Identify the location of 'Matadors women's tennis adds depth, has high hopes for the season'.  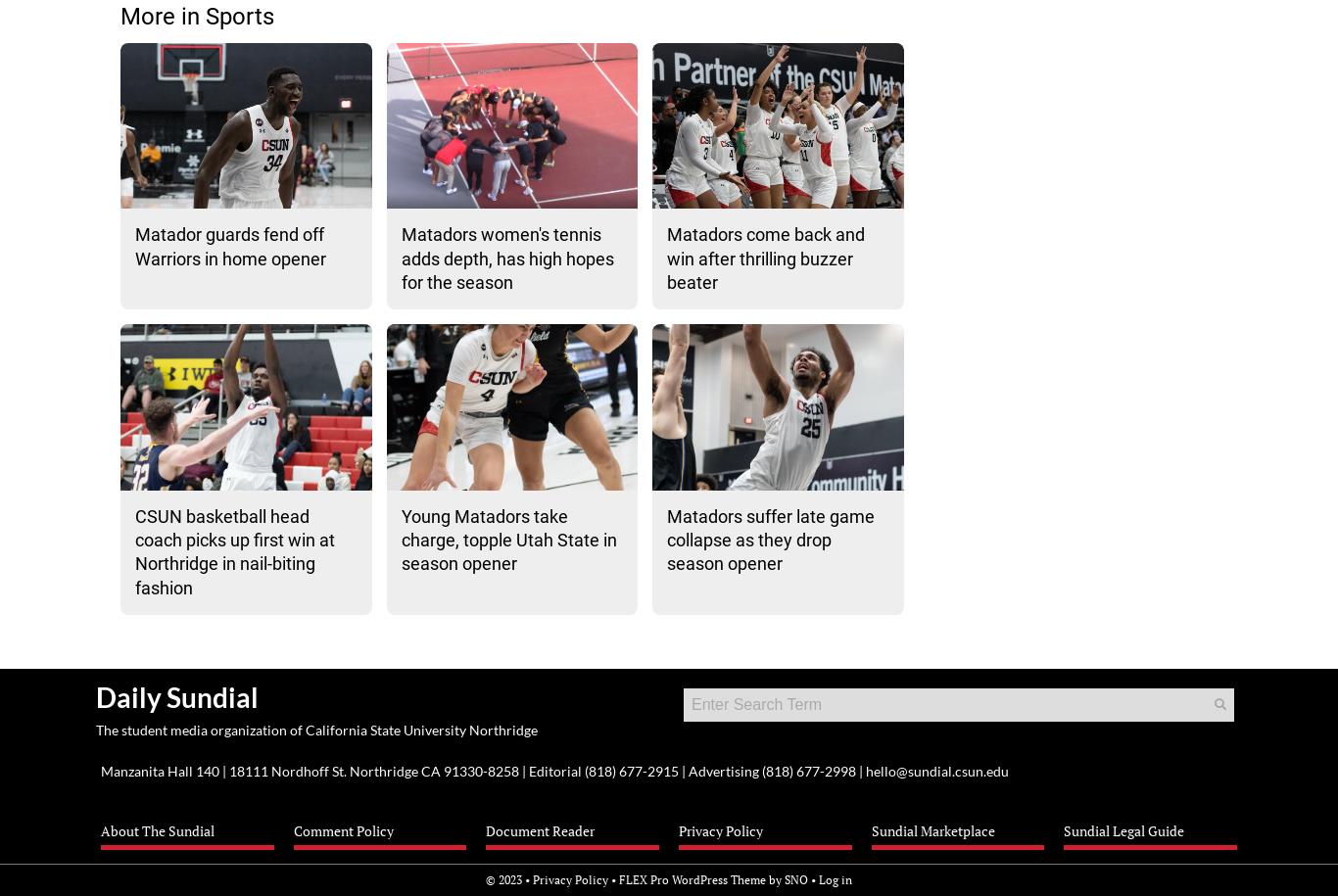
(506, 257).